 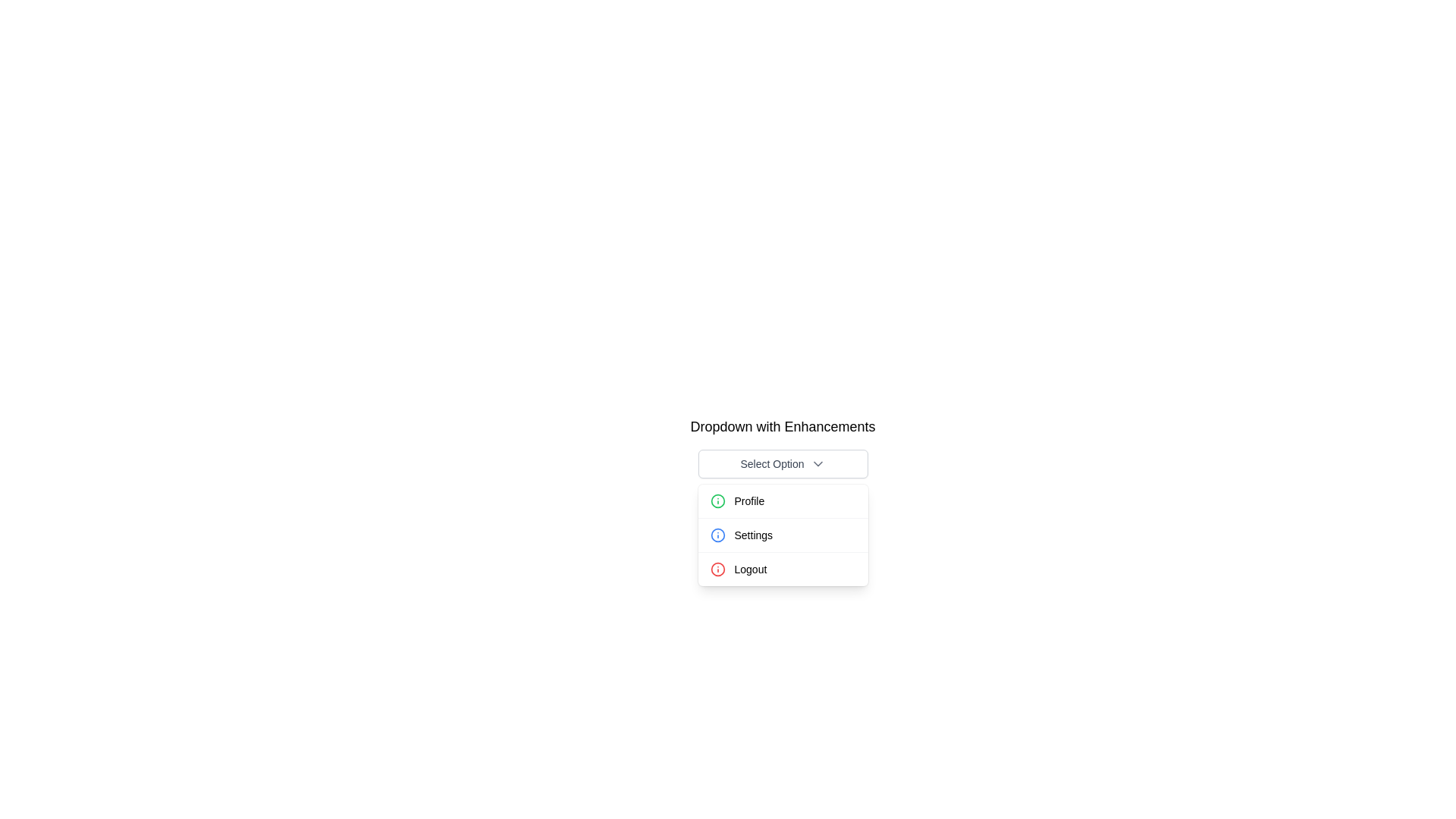 I want to click on the 'Profile' button in the dropdown menu, so click(x=783, y=500).